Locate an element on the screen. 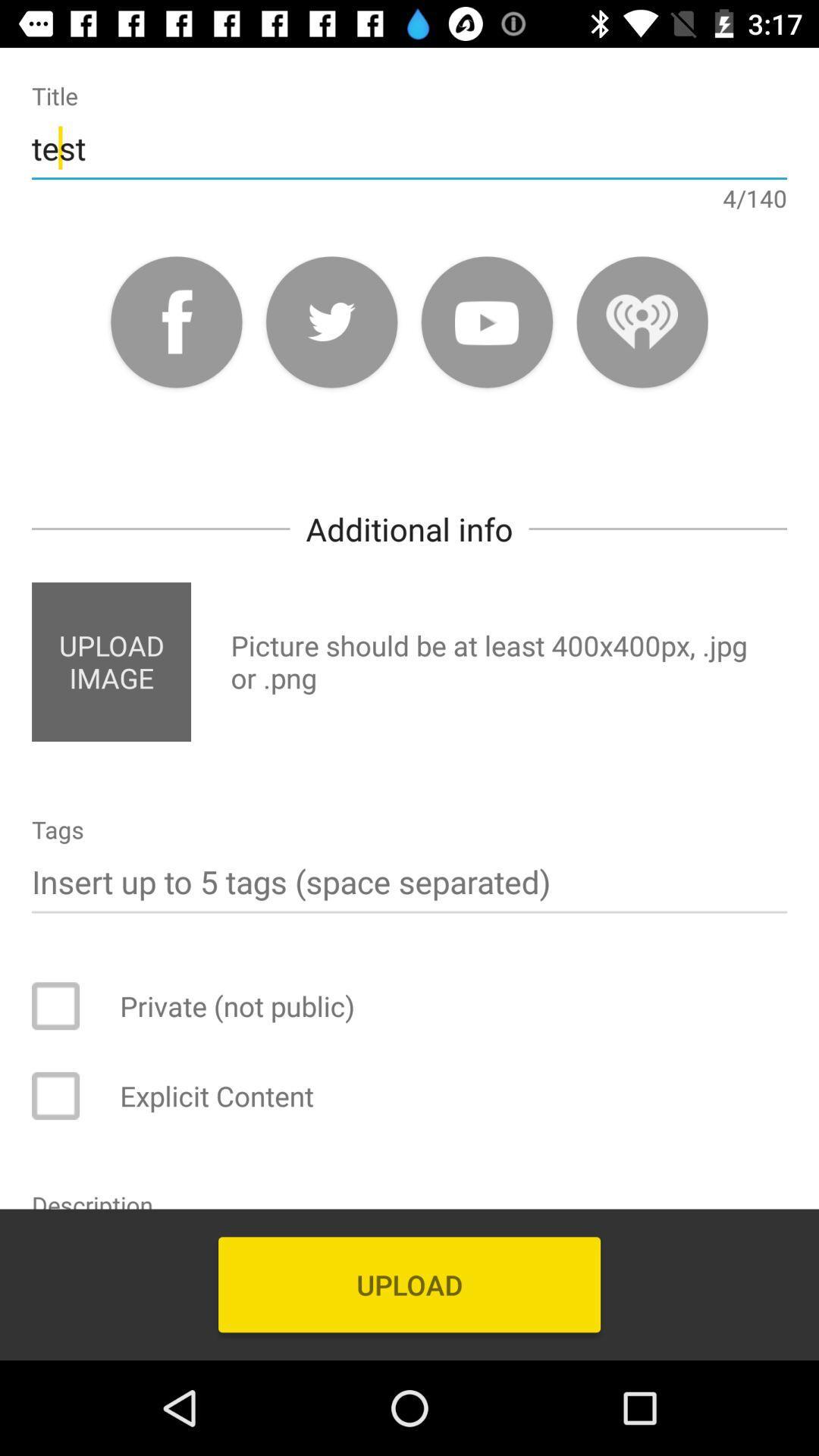 The image size is (819, 1456). answer box is located at coordinates (65, 1096).